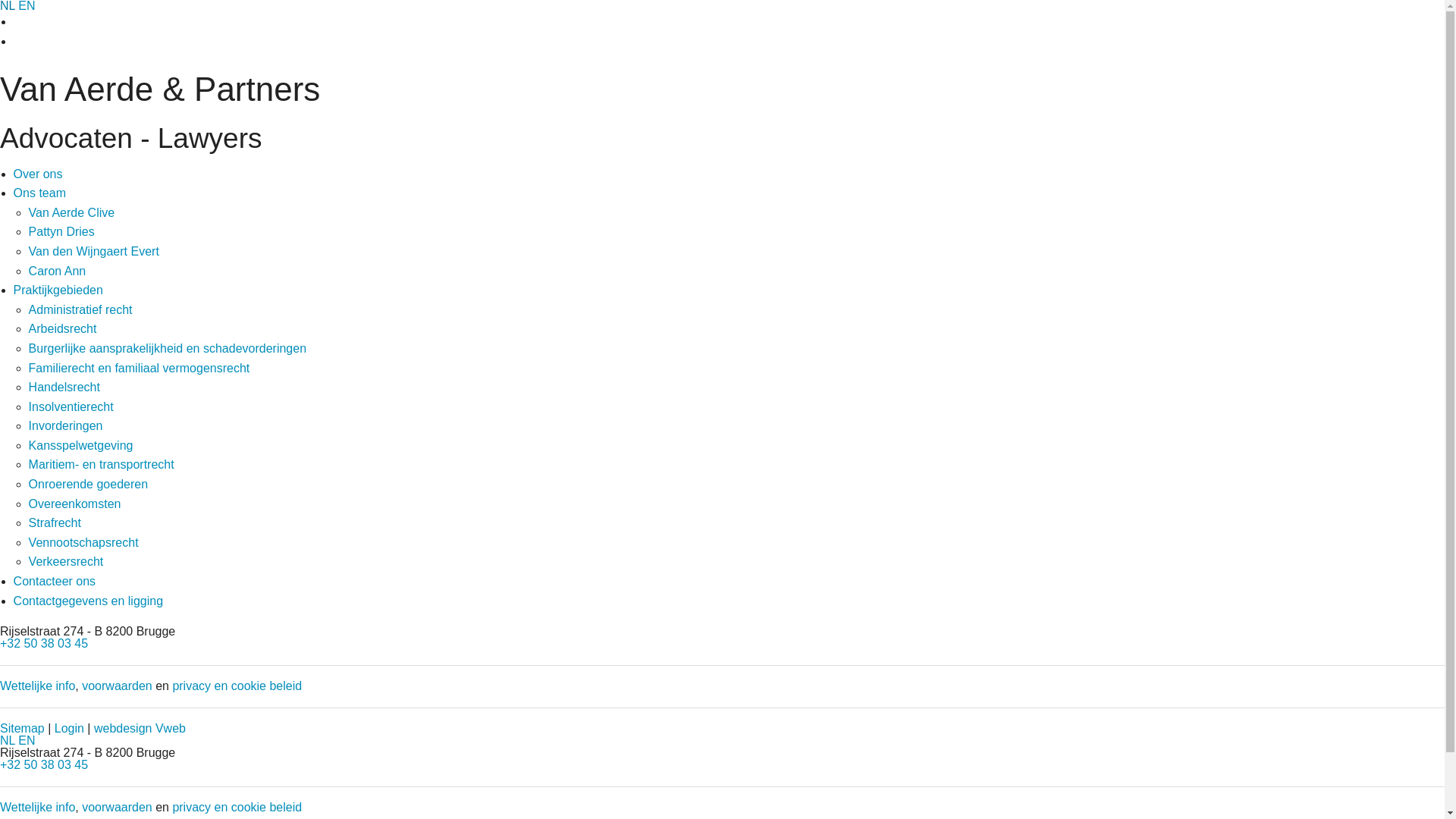 The image size is (1456, 819). I want to click on 'Overeenkomsten', so click(74, 504).